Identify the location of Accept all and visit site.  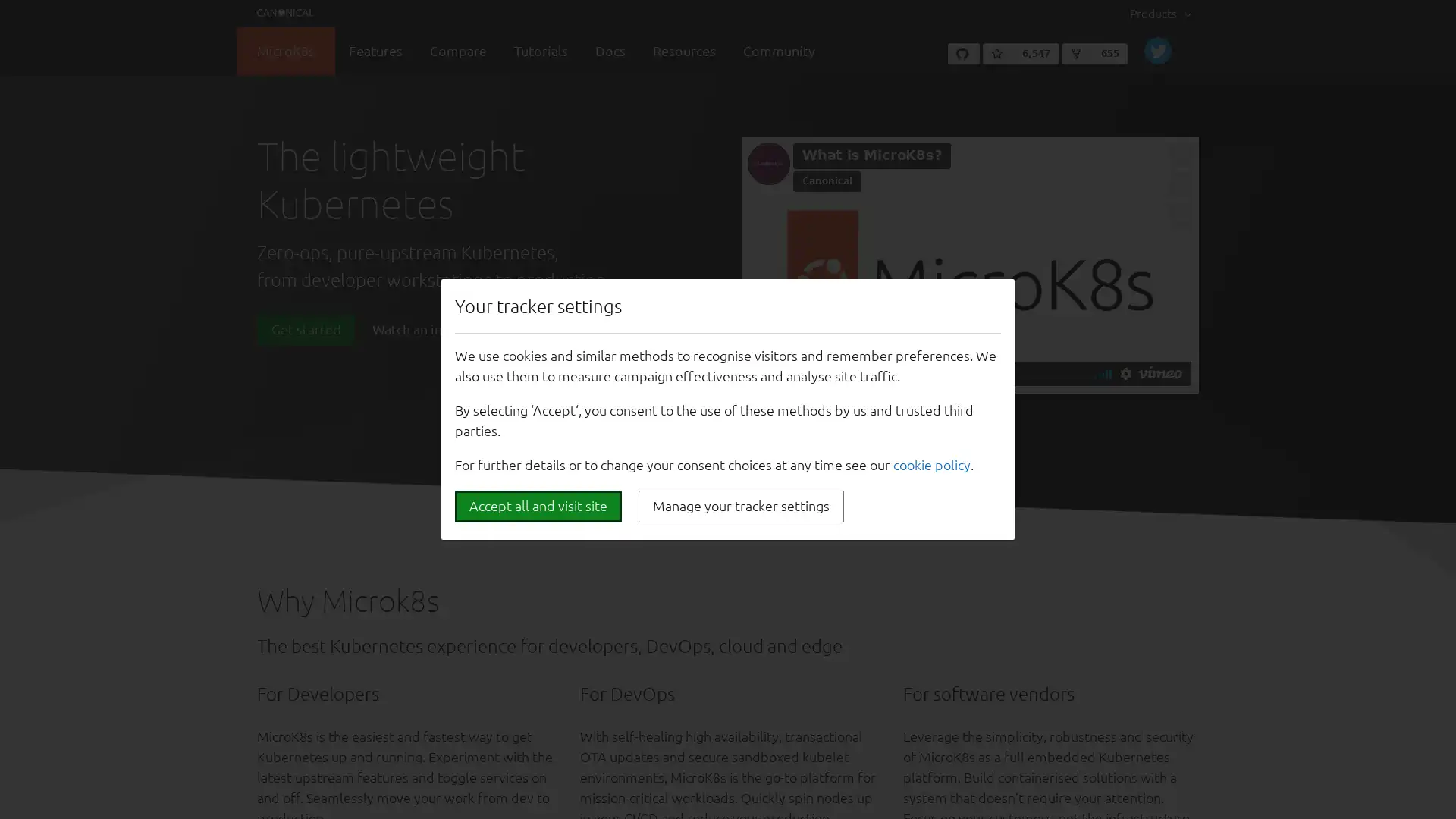
(538, 506).